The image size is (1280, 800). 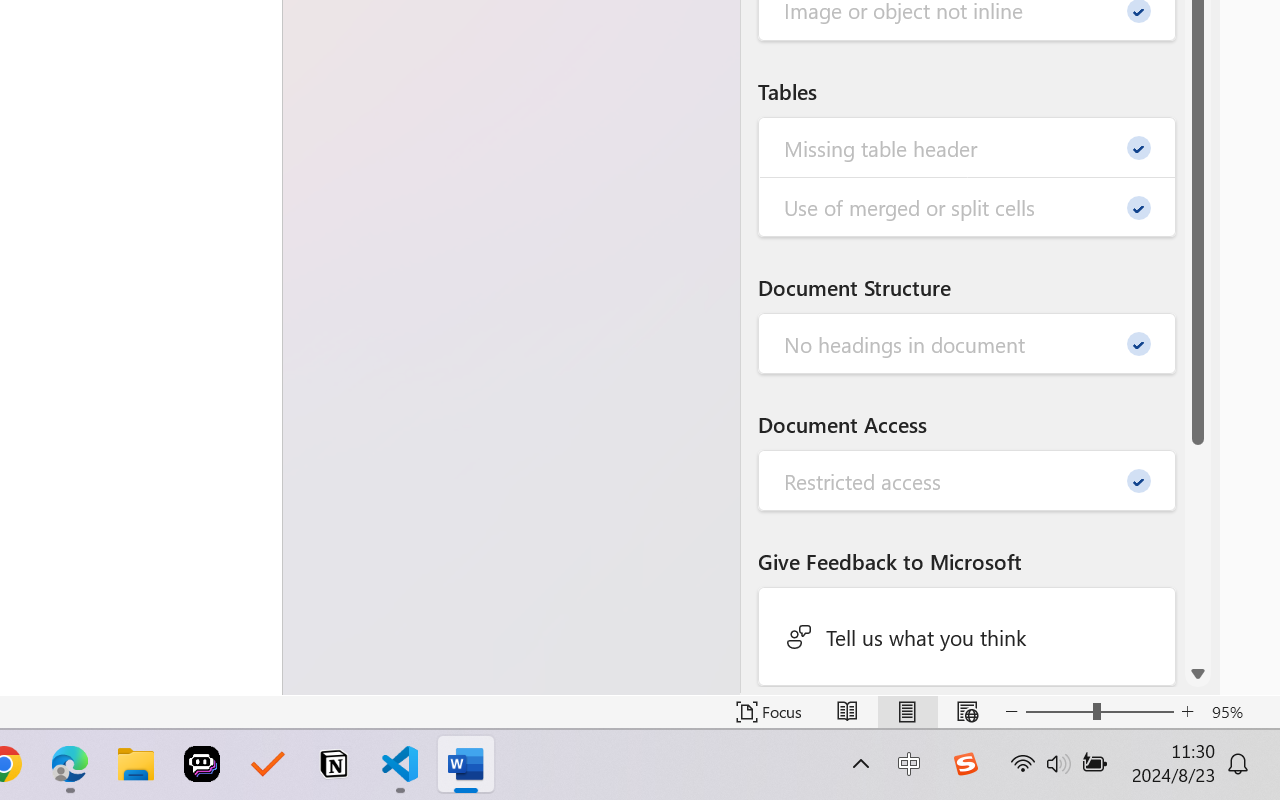 What do you see at coordinates (967, 481) in the screenshot?
I see `'Restricted access - 0'` at bounding box center [967, 481].